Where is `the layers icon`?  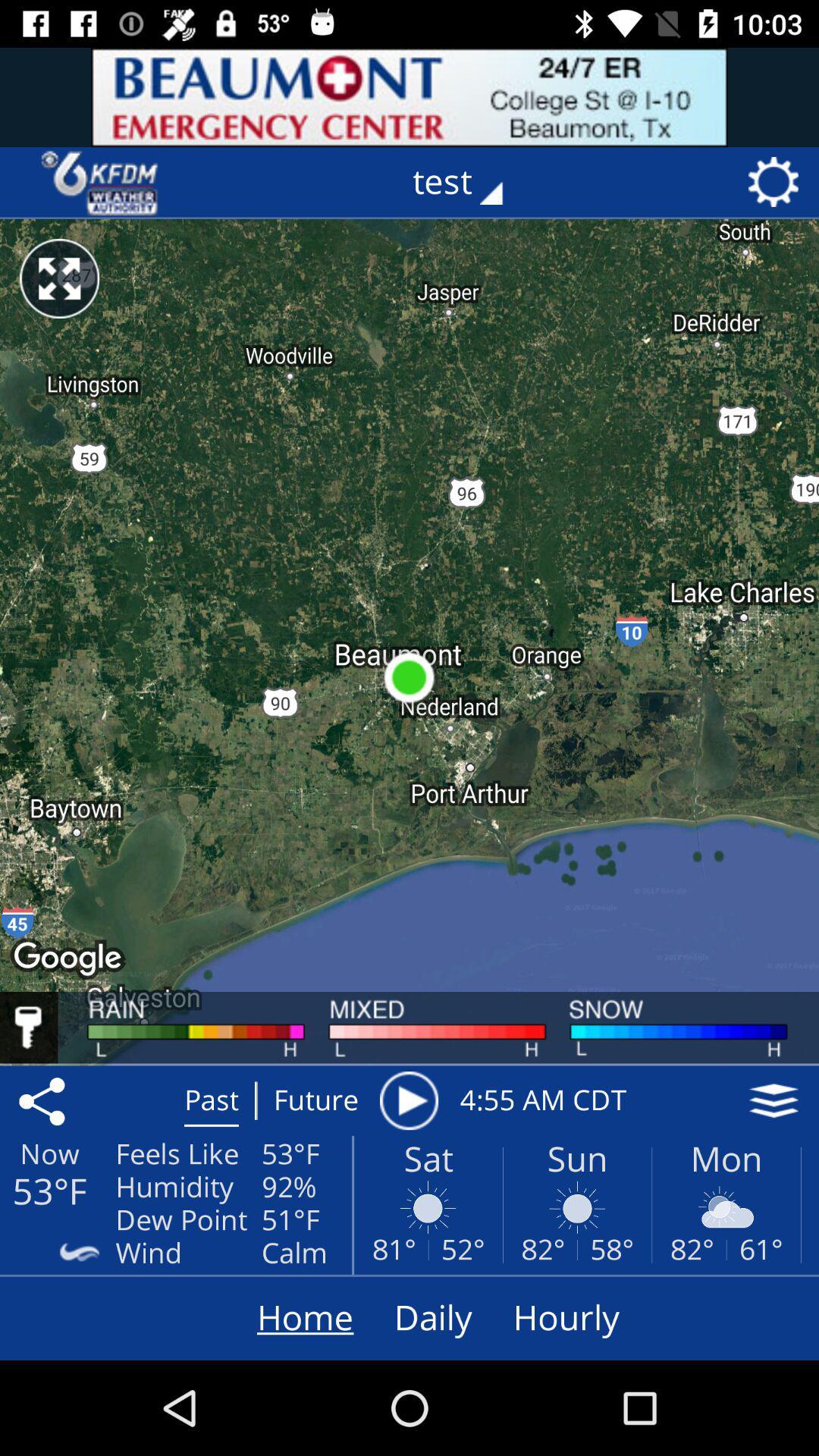 the layers icon is located at coordinates (773, 1100).